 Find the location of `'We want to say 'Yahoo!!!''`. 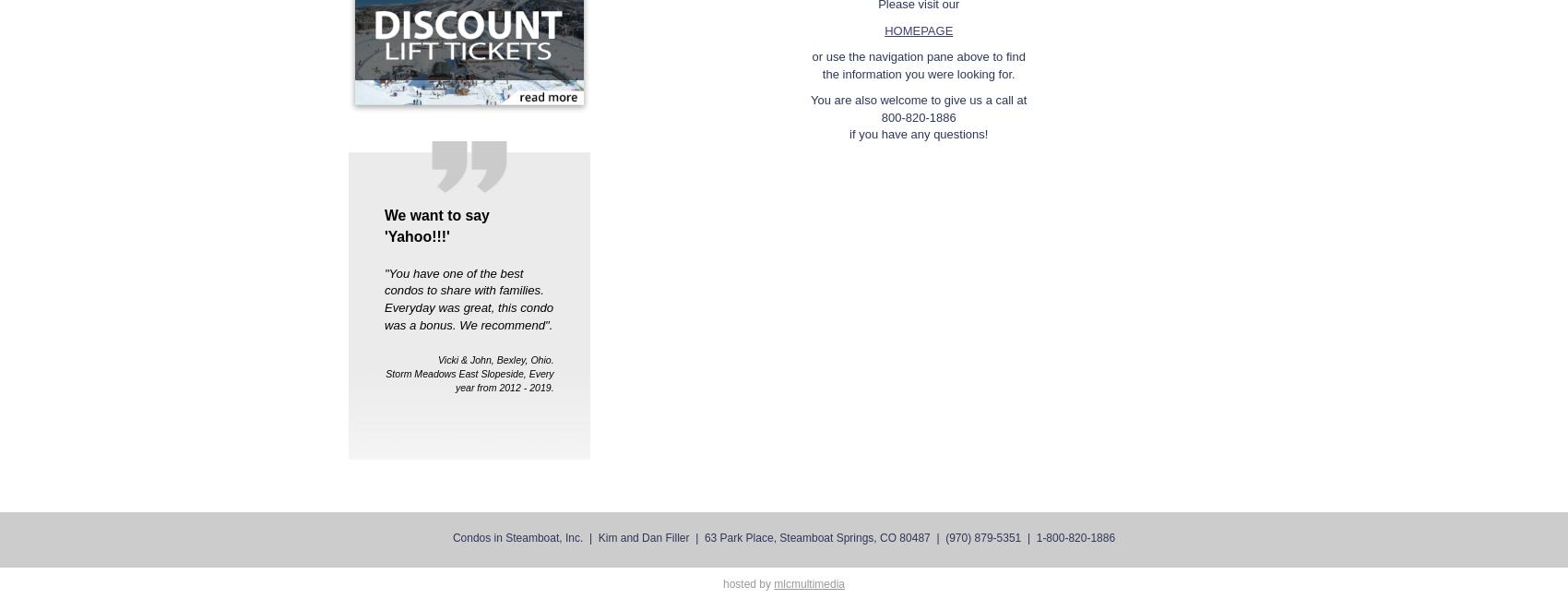

'We want to say 'Yahoo!!!'' is located at coordinates (435, 225).